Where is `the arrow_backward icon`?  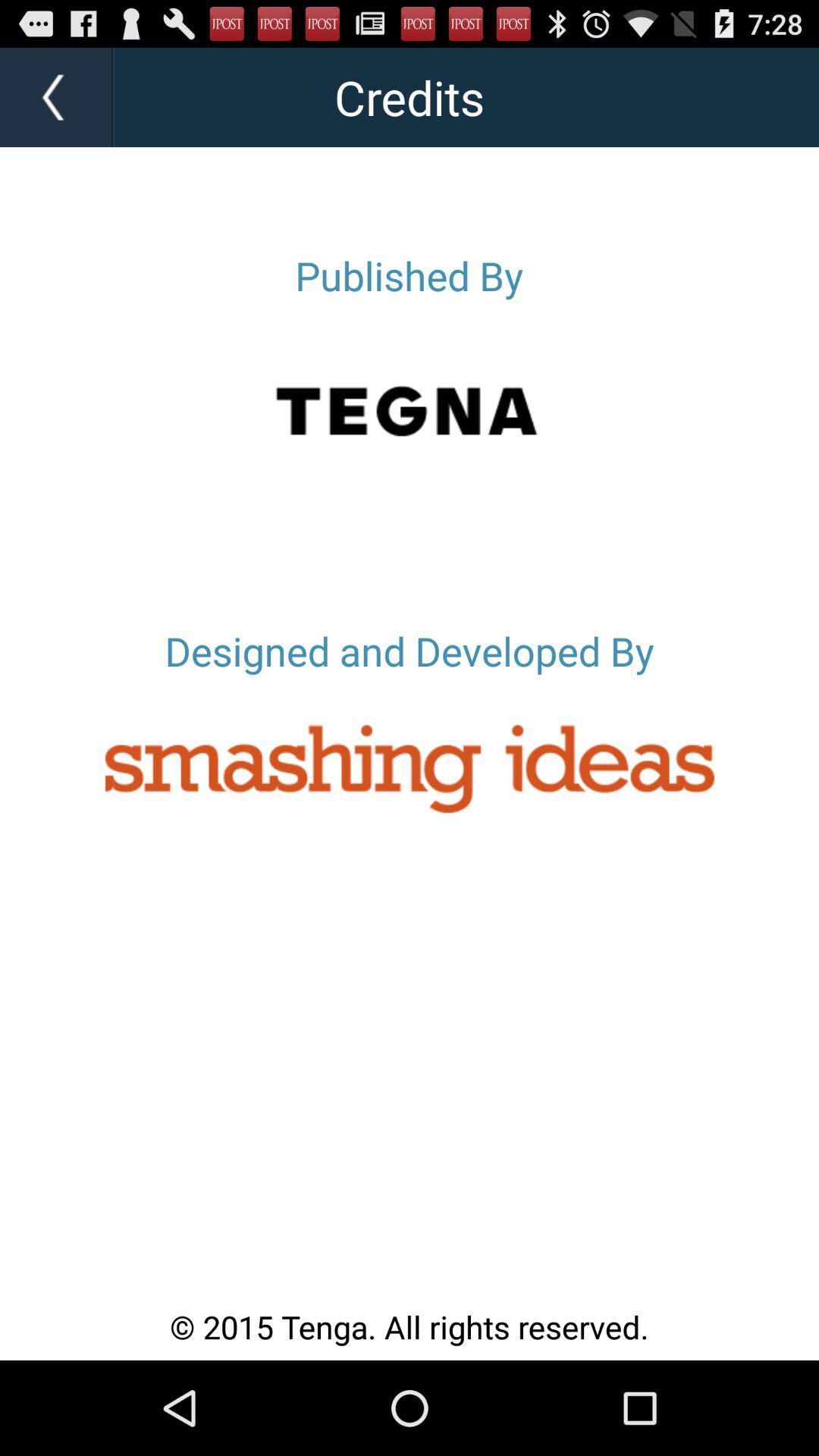
the arrow_backward icon is located at coordinates (56, 103).